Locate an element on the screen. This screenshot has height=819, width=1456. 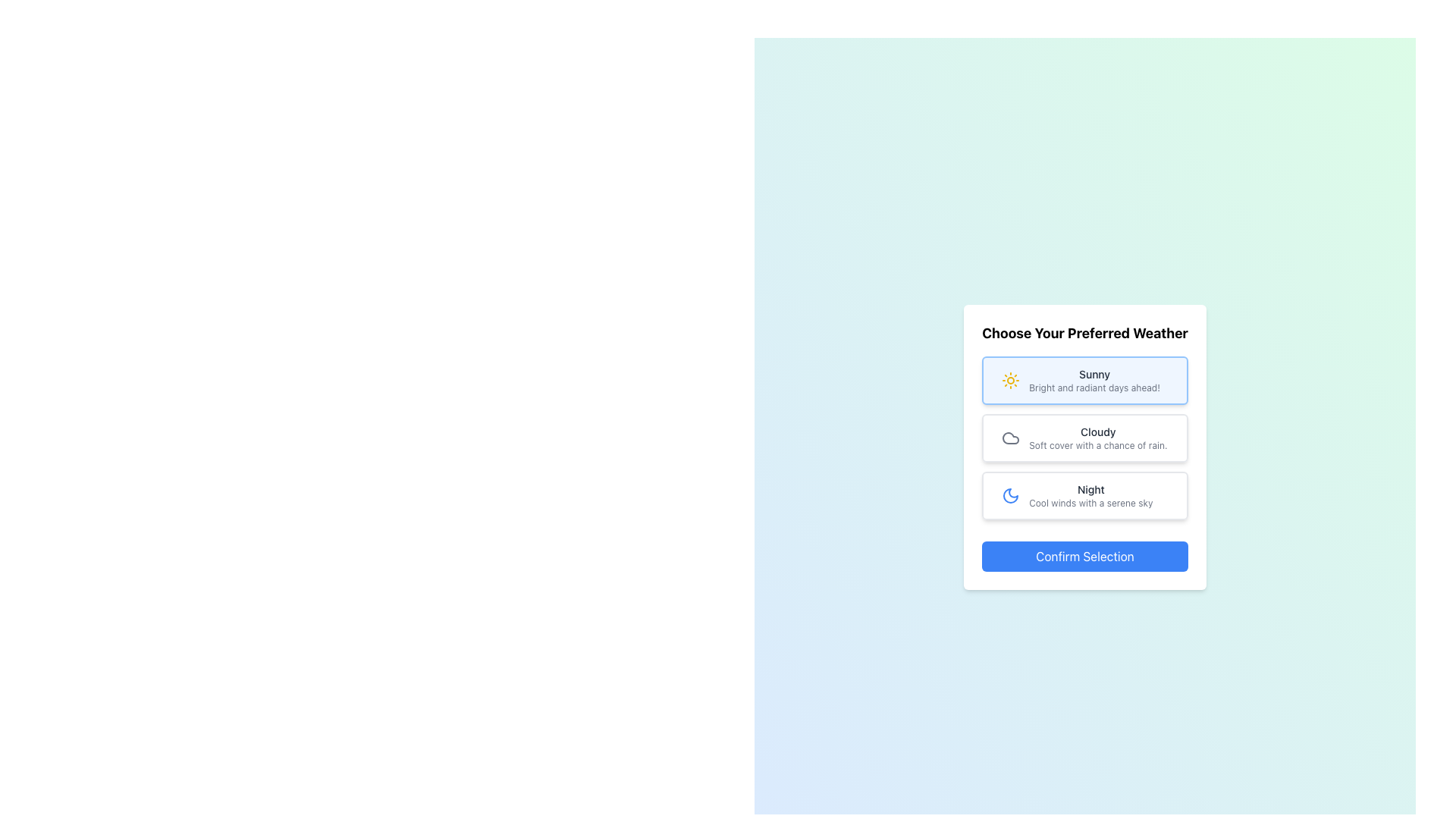
the text label displaying 'Night' with the description 'Cool winds with a serene sky', which is part of a weather selection interface and styled like a button is located at coordinates (1090, 496).